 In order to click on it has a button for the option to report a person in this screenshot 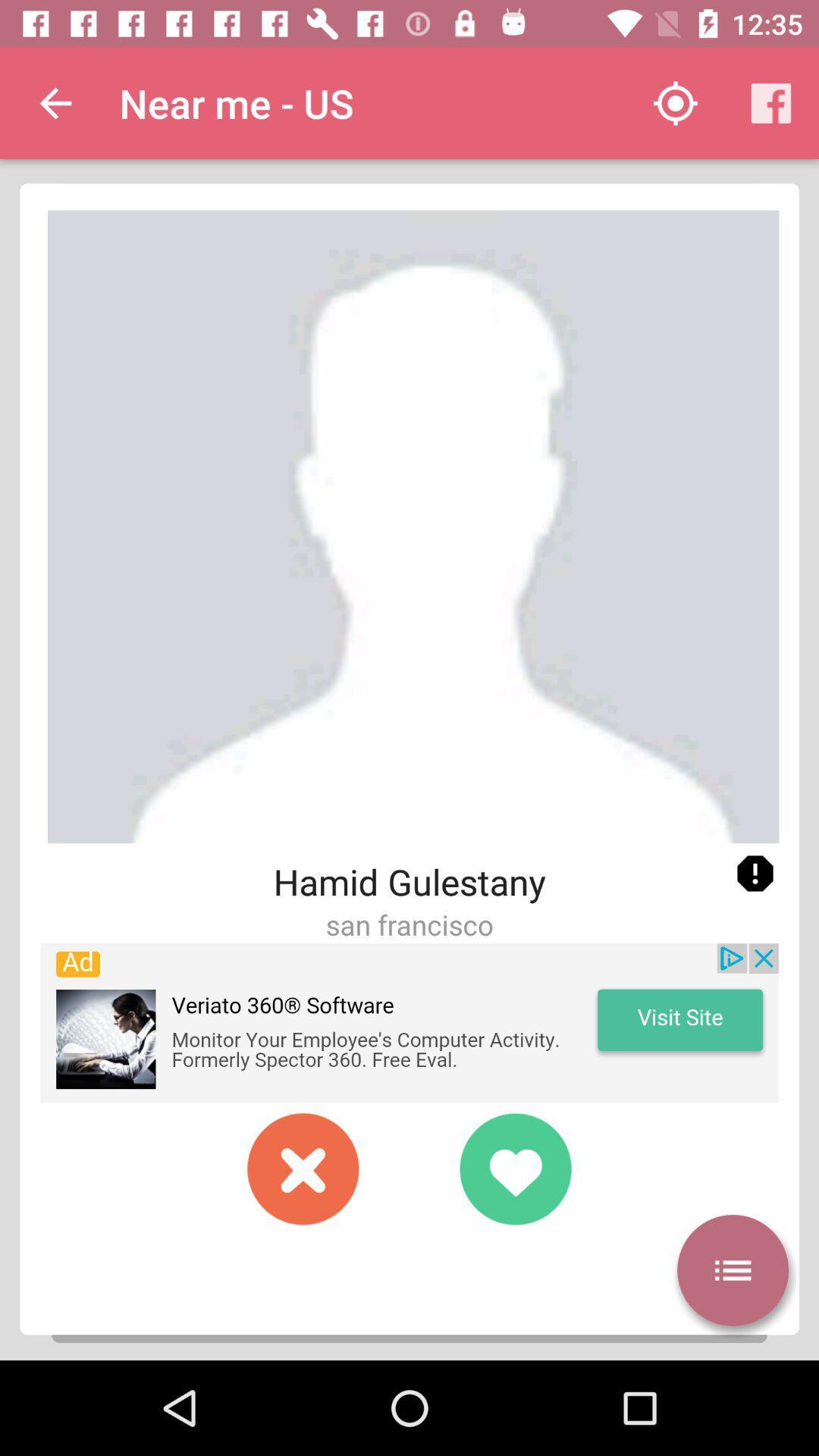, I will do `click(755, 874)`.